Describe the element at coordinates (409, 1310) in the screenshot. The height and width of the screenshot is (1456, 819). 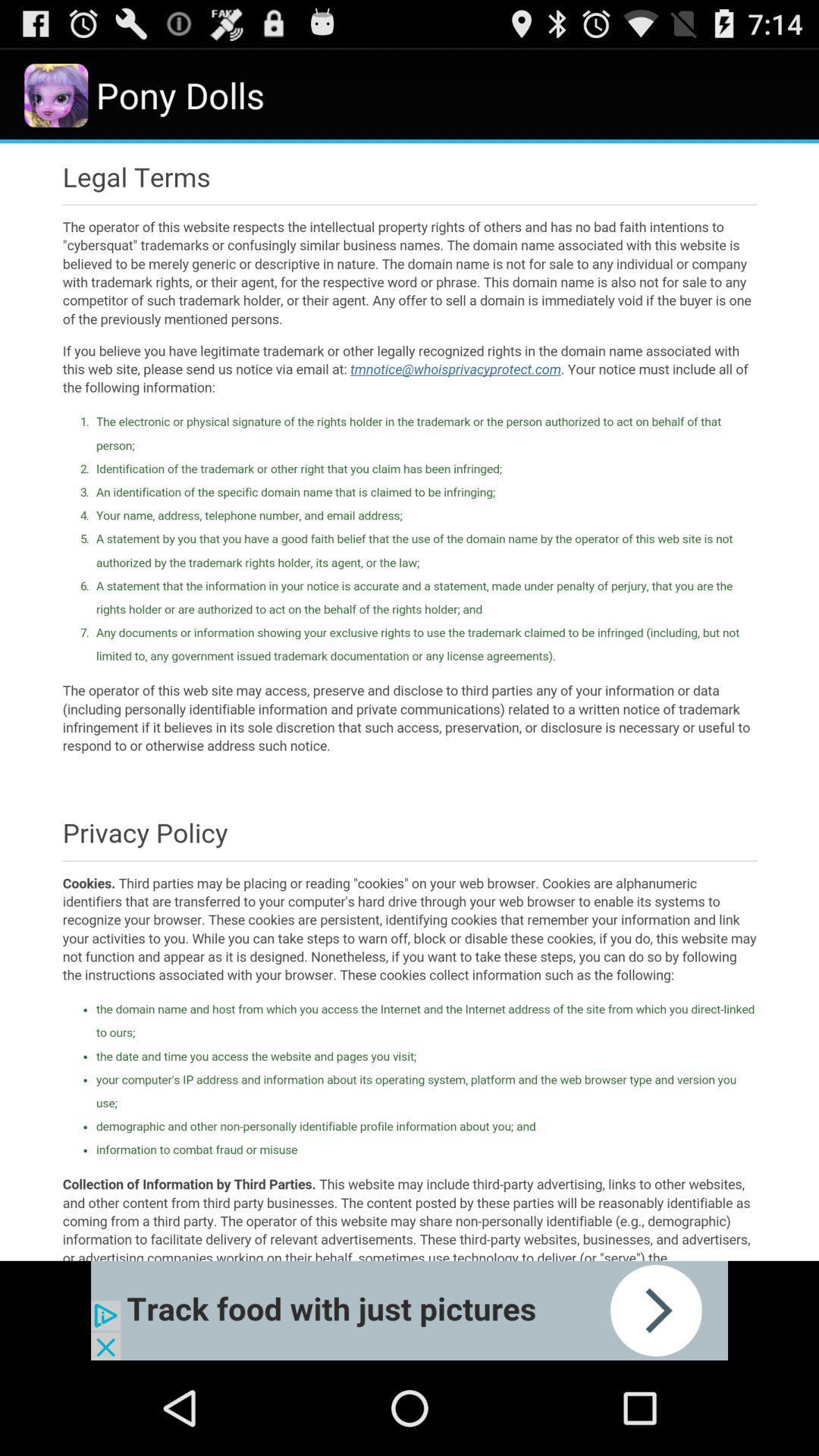
I see `advantisment` at that location.